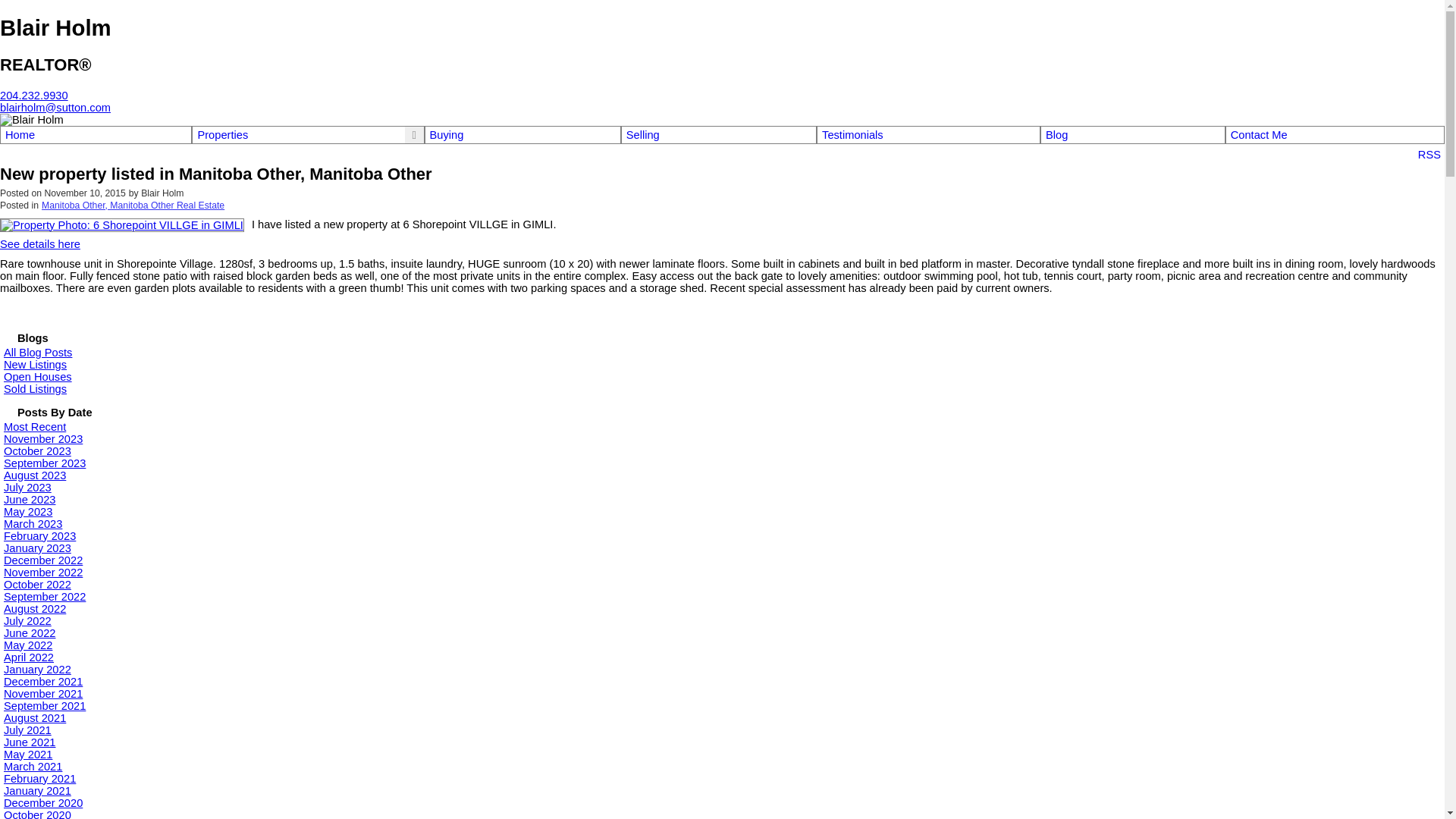 The image size is (1456, 819). What do you see at coordinates (39, 778) in the screenshot?
I see `'February 2021'` at bounding box center [39, 778].